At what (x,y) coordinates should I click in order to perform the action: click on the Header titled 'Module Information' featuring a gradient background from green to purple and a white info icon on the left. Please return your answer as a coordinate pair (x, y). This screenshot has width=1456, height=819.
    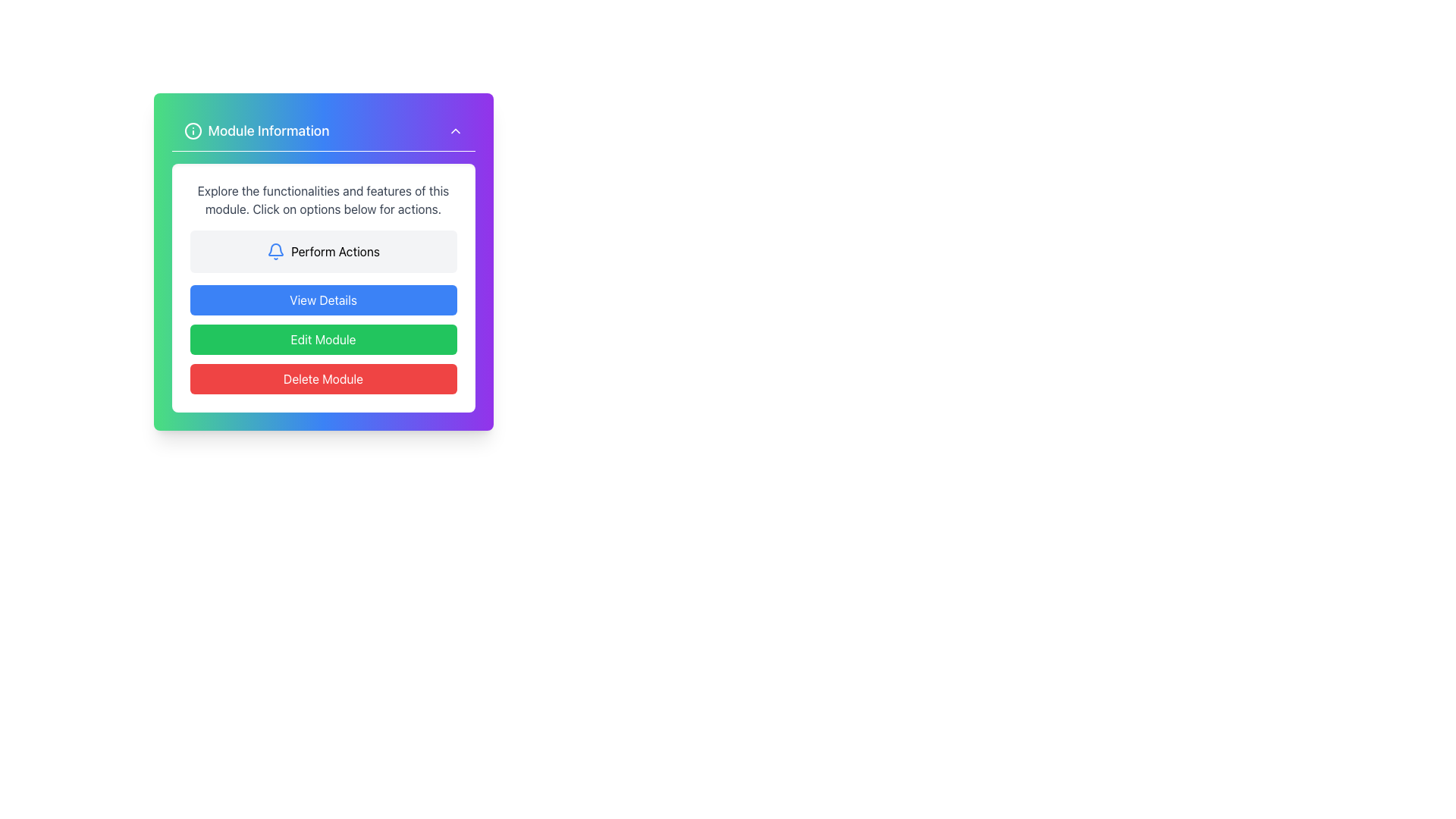
    Looking at the image, I should click on (322, 130).